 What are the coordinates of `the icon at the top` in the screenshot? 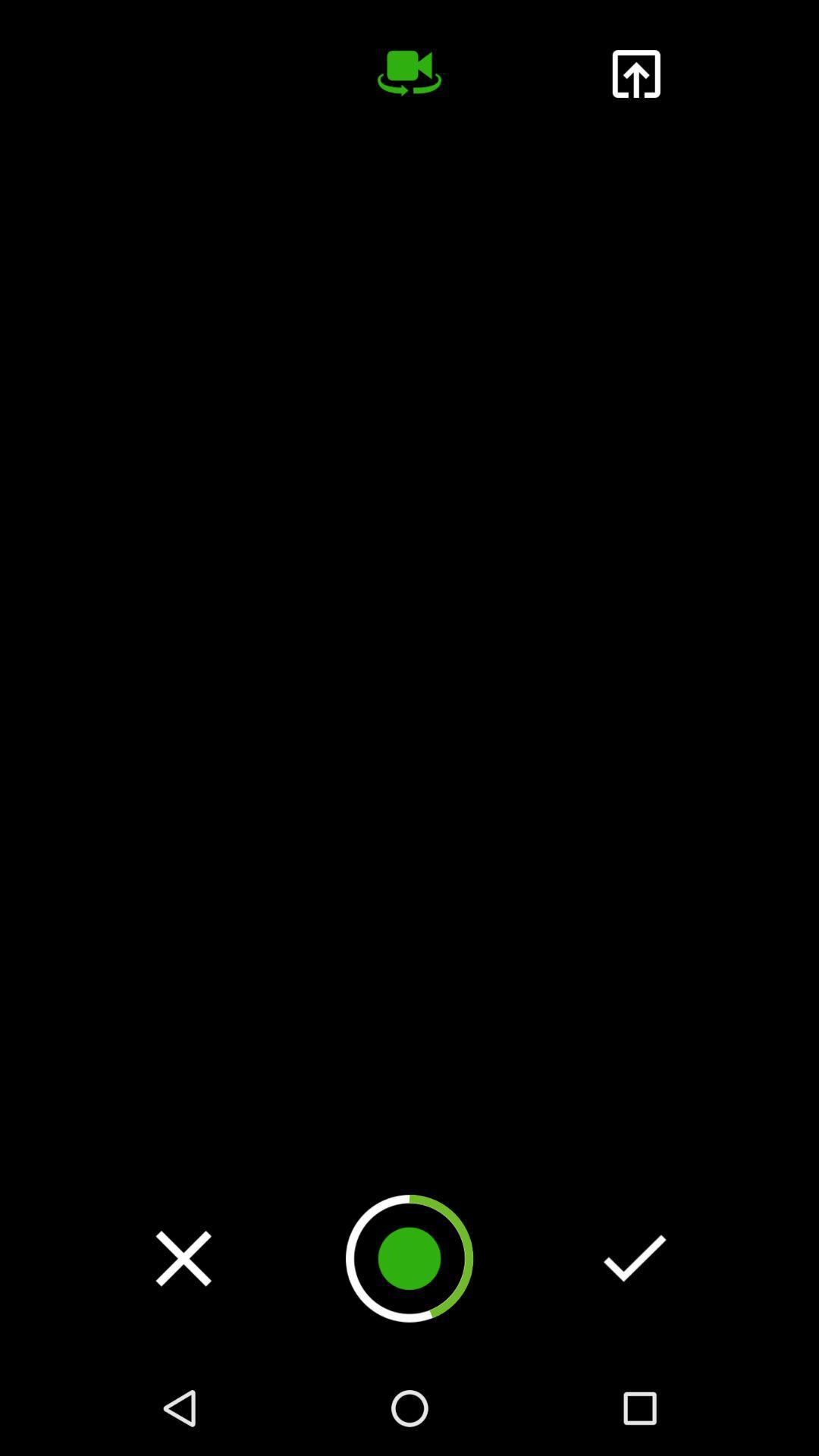 It's located at (409, 73).